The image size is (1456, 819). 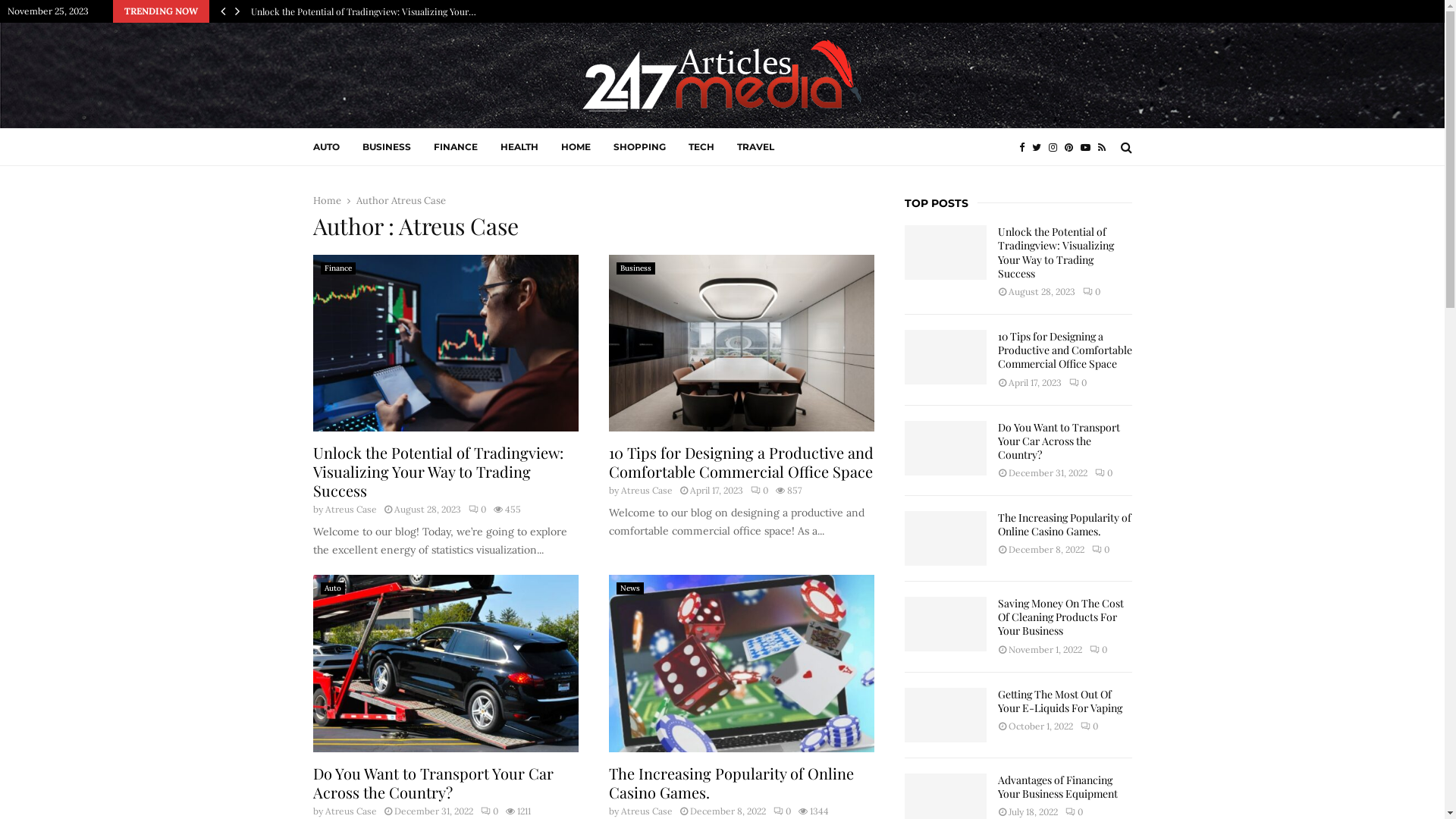 What do you see at coordinates (728, 810) in the screenshot?
I see `'December 8, 2022'` at bounding box center [728, 810].